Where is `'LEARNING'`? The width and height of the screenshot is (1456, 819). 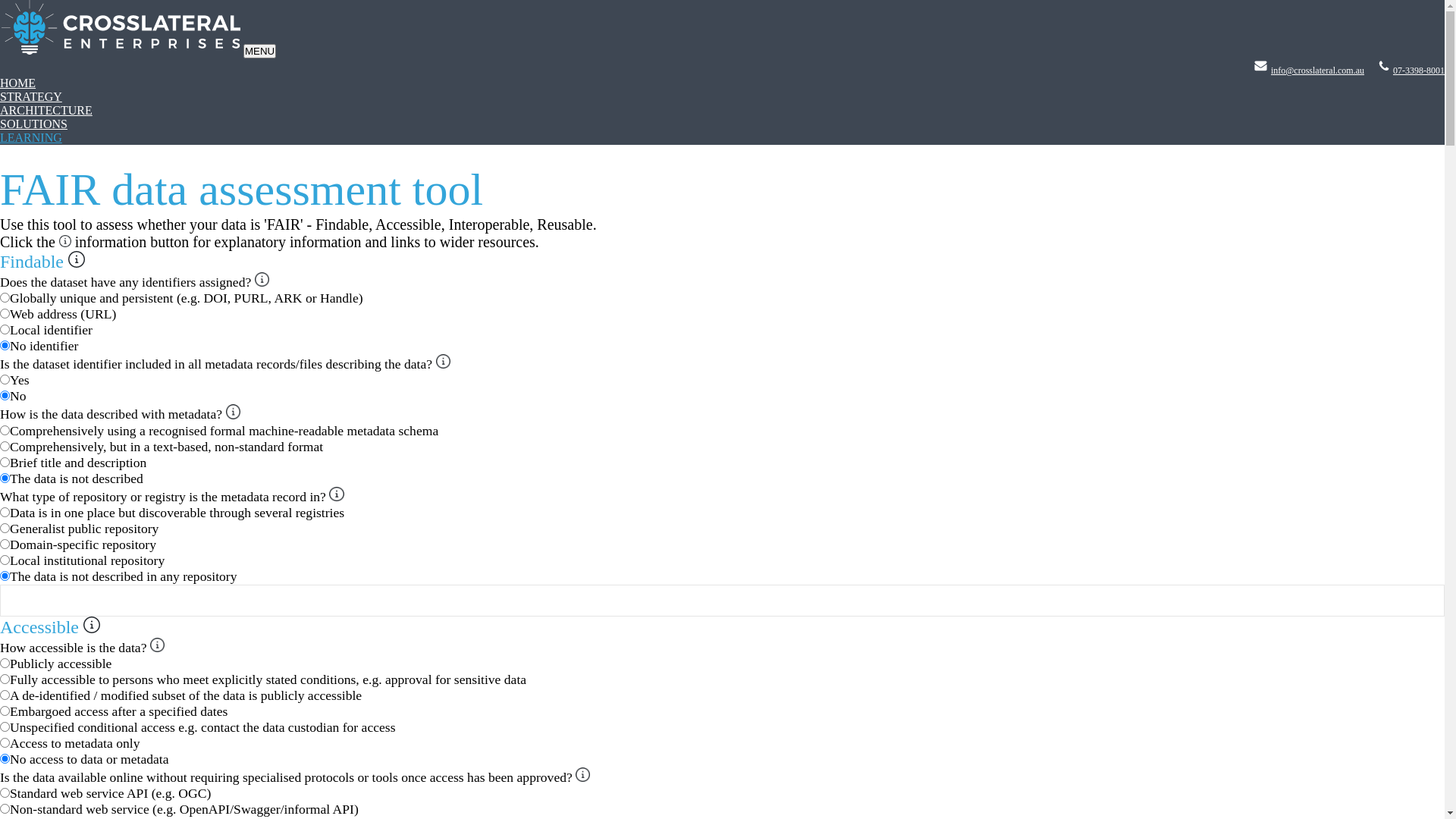 'LEARNING' is located at coordinates (31, 137).